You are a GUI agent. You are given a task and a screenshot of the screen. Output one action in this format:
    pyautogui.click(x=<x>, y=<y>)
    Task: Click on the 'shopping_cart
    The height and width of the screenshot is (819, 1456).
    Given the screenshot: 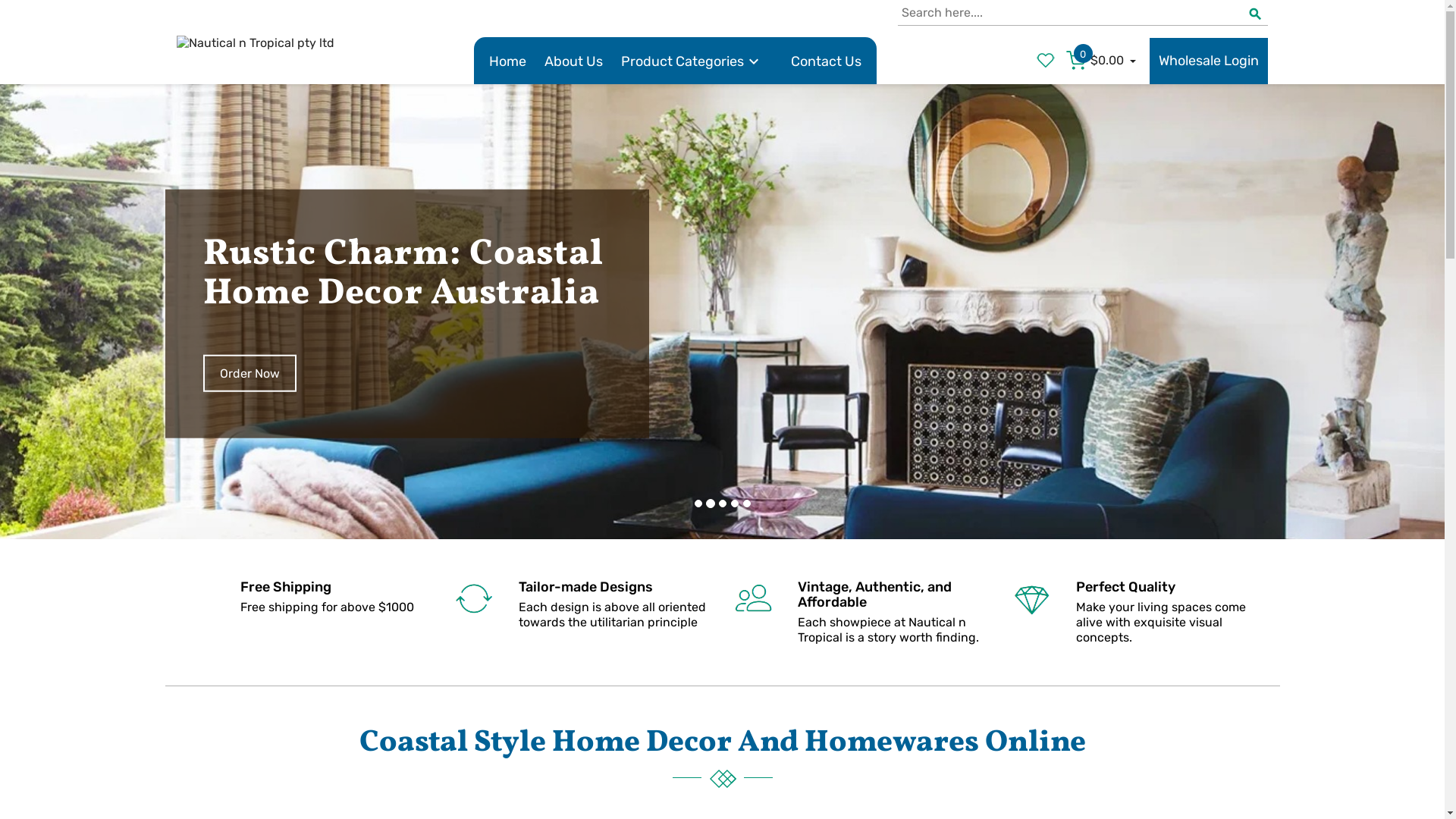 What is the action you would take?
    pyautogui.click(x=1103, y=59)
    